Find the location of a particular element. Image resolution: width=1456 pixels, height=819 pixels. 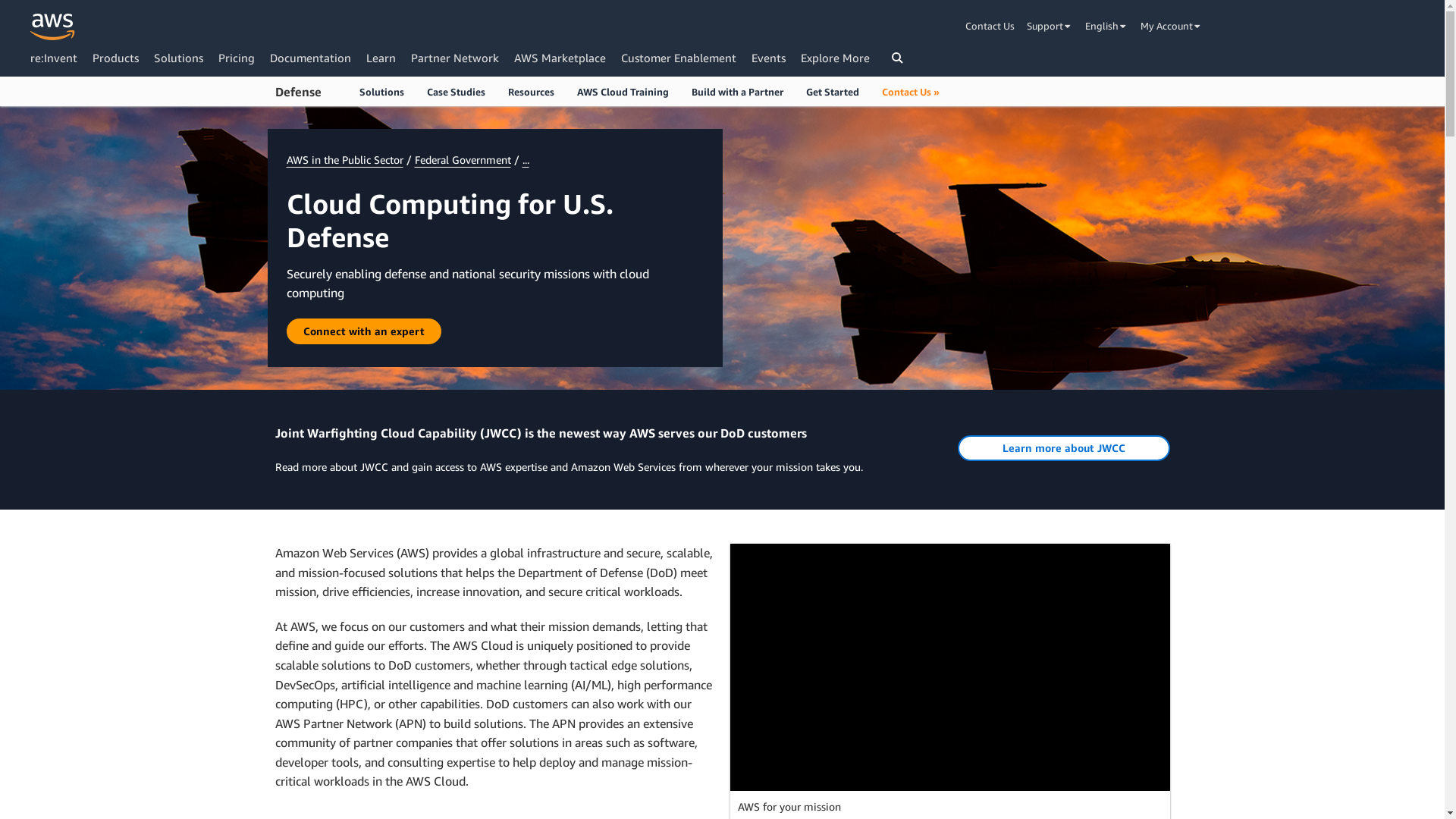

'Learn' is located at coordinates (381, 57).